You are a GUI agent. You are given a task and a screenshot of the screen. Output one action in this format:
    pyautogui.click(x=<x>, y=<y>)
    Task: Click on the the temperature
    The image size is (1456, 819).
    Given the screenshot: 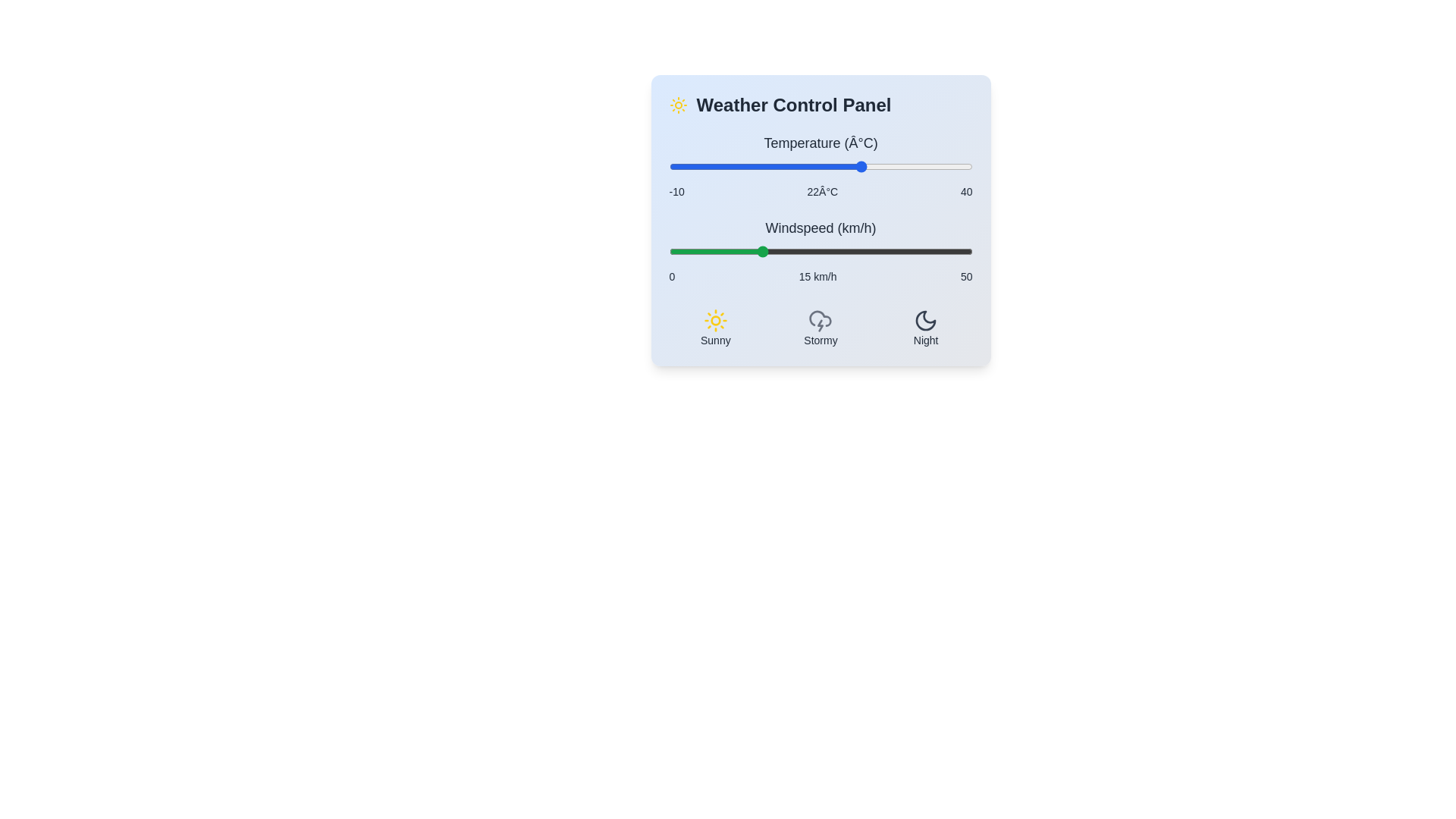 What is the action you would take?
    pyautogui.click(x=917, y=166)
    